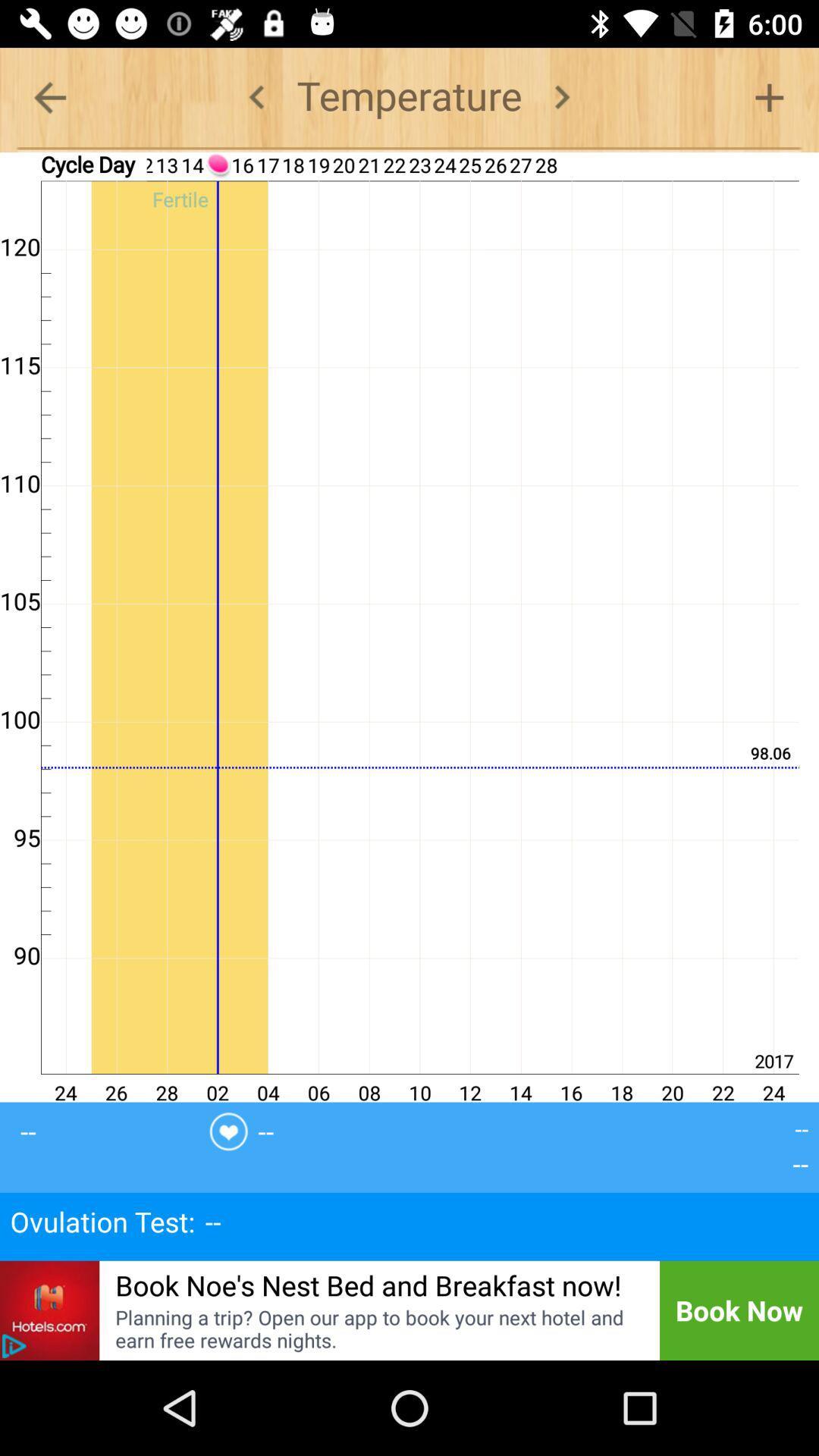 The image size is (819, 1456). What do you see at coordinates (376, 1328) in the screenshot?
I see `icon to the left of book now` at bounding box center [376, 1328].